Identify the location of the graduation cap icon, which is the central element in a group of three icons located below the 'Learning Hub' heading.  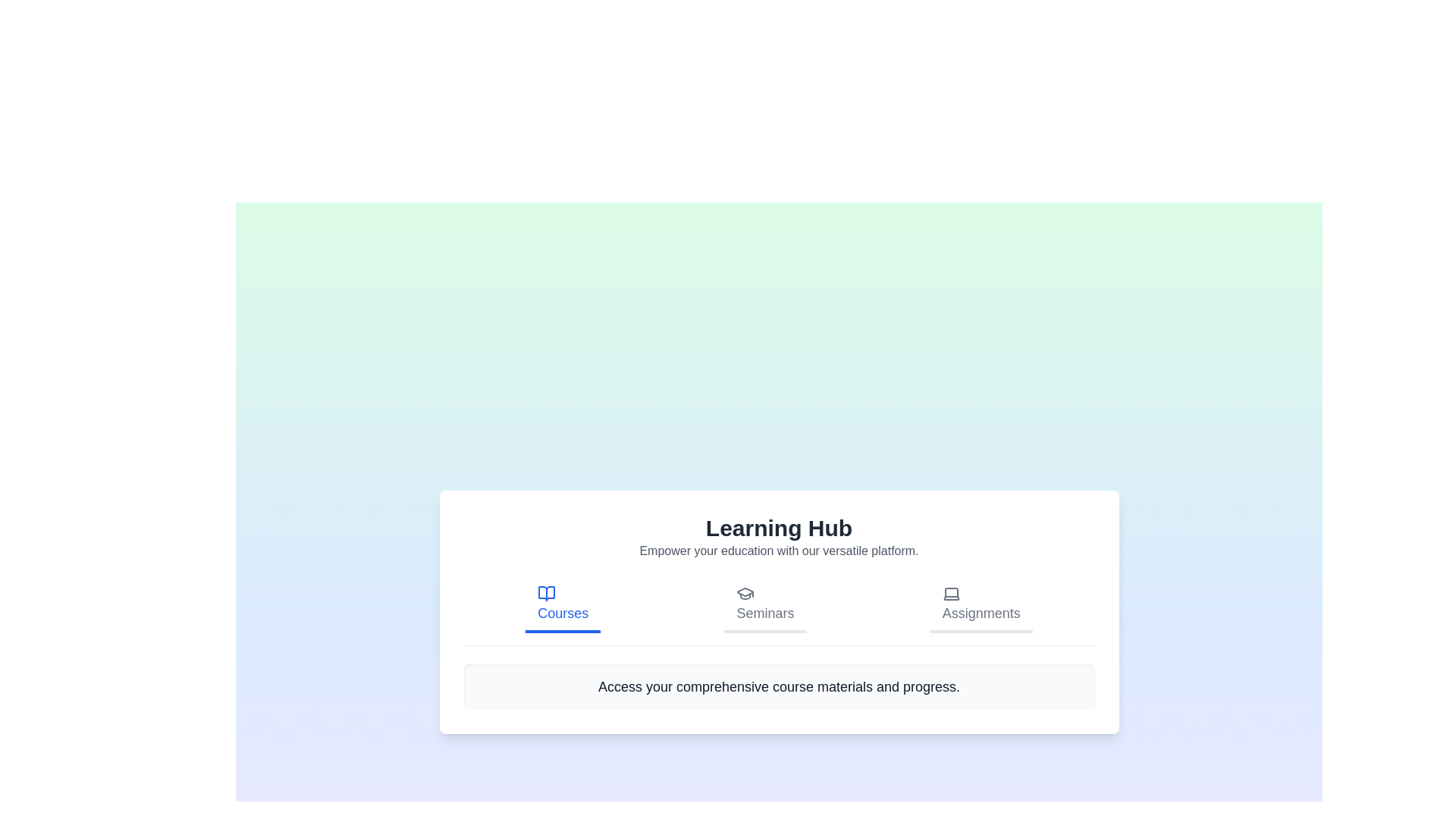
(745, 591).